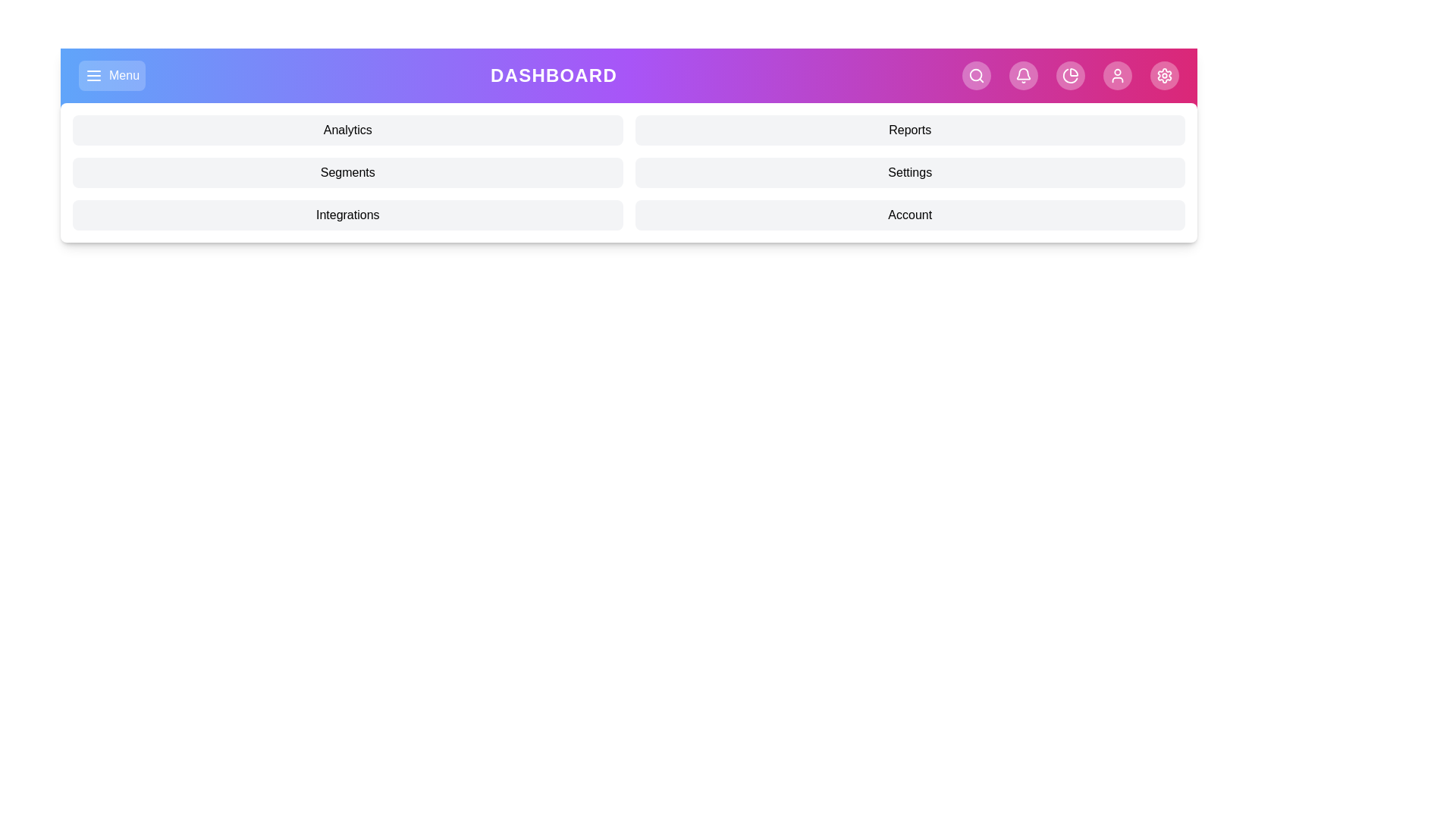  Describe the element at coordinates (1023, 76) in the screenshot. I see `the Notifications navigation icon` at that location.